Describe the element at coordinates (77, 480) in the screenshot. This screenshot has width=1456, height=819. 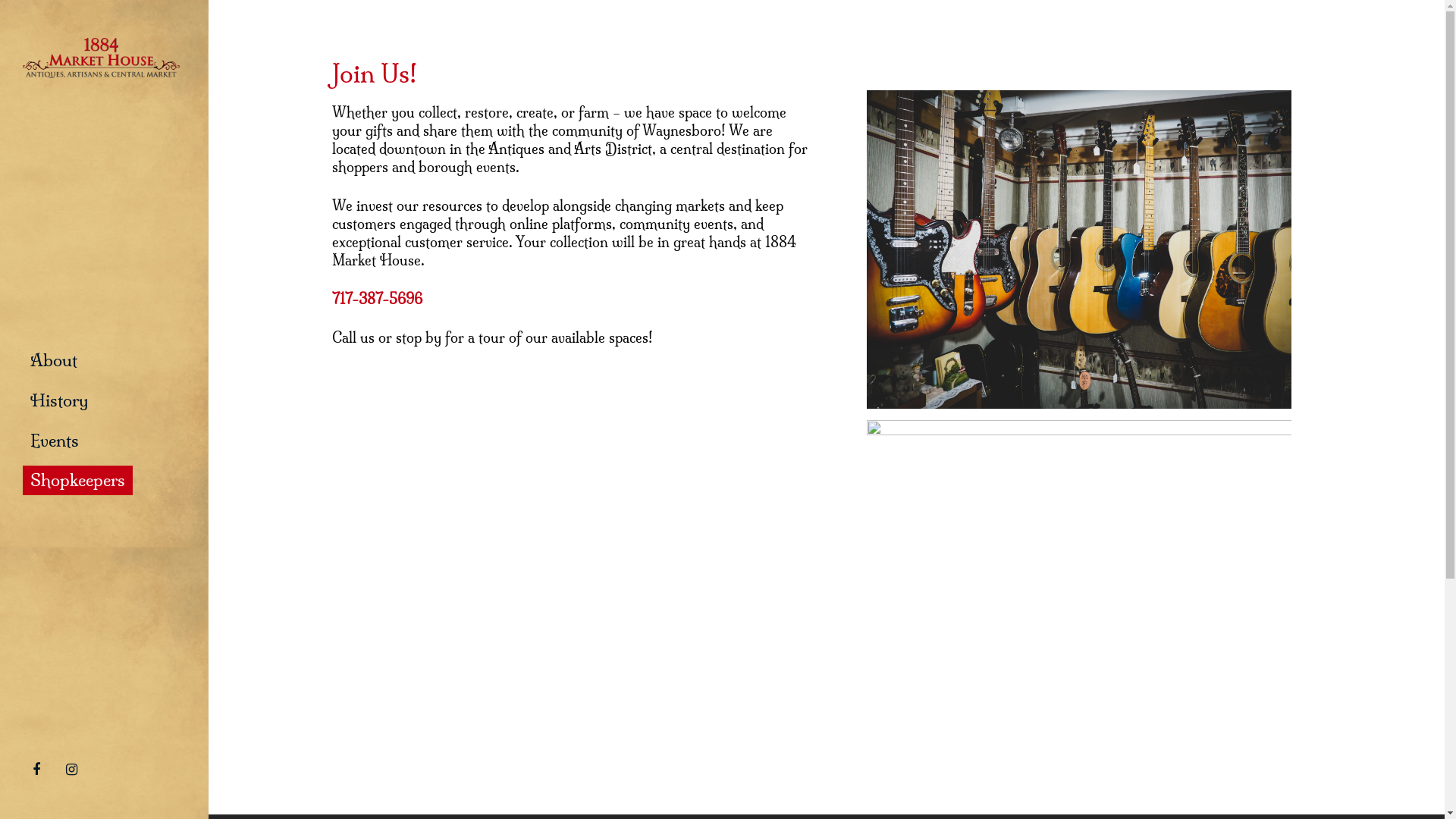
I see `'Shopkeepers'` at that location.